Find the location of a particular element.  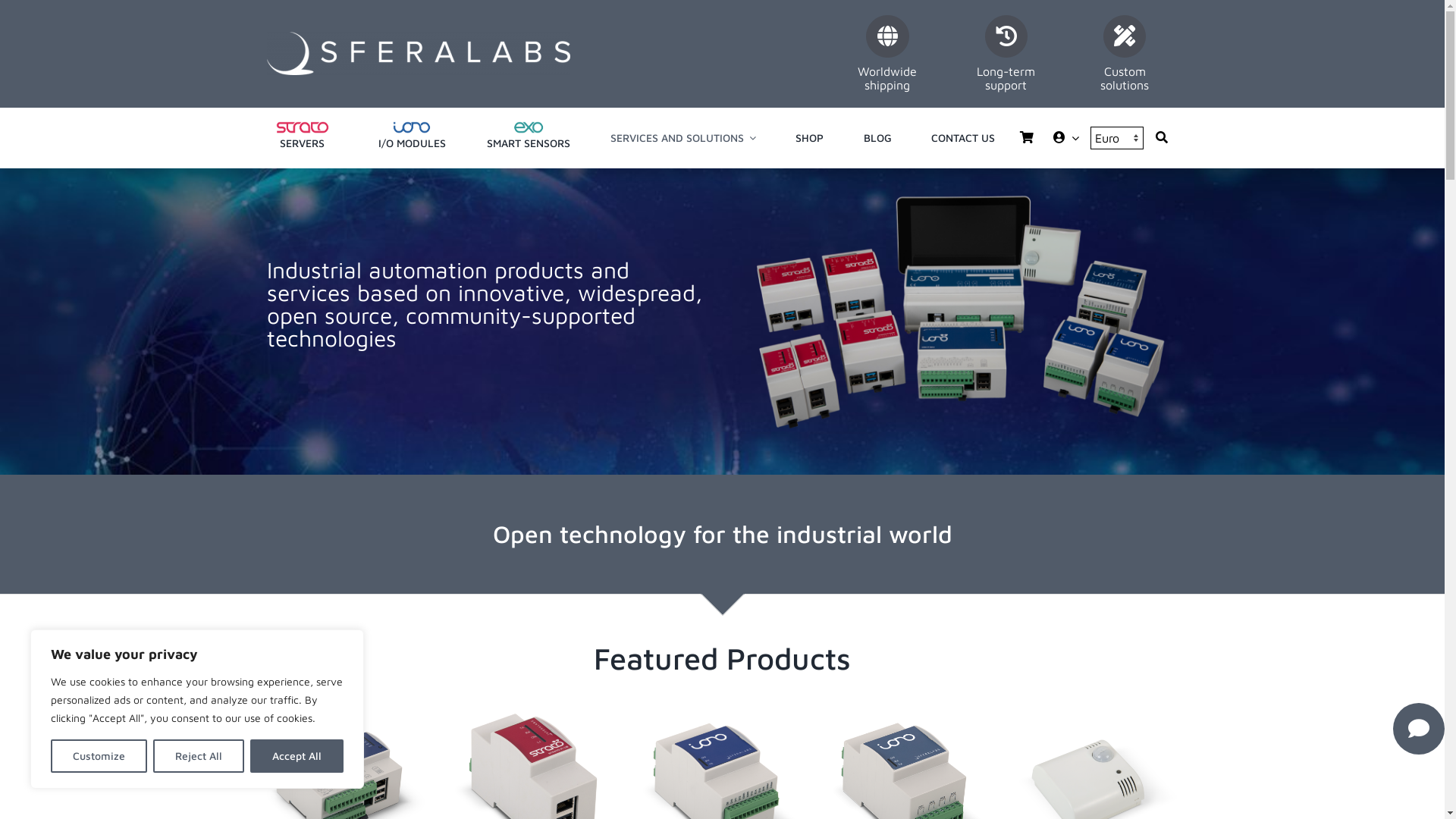

'SHOP' is located at coordinates (795, 137).